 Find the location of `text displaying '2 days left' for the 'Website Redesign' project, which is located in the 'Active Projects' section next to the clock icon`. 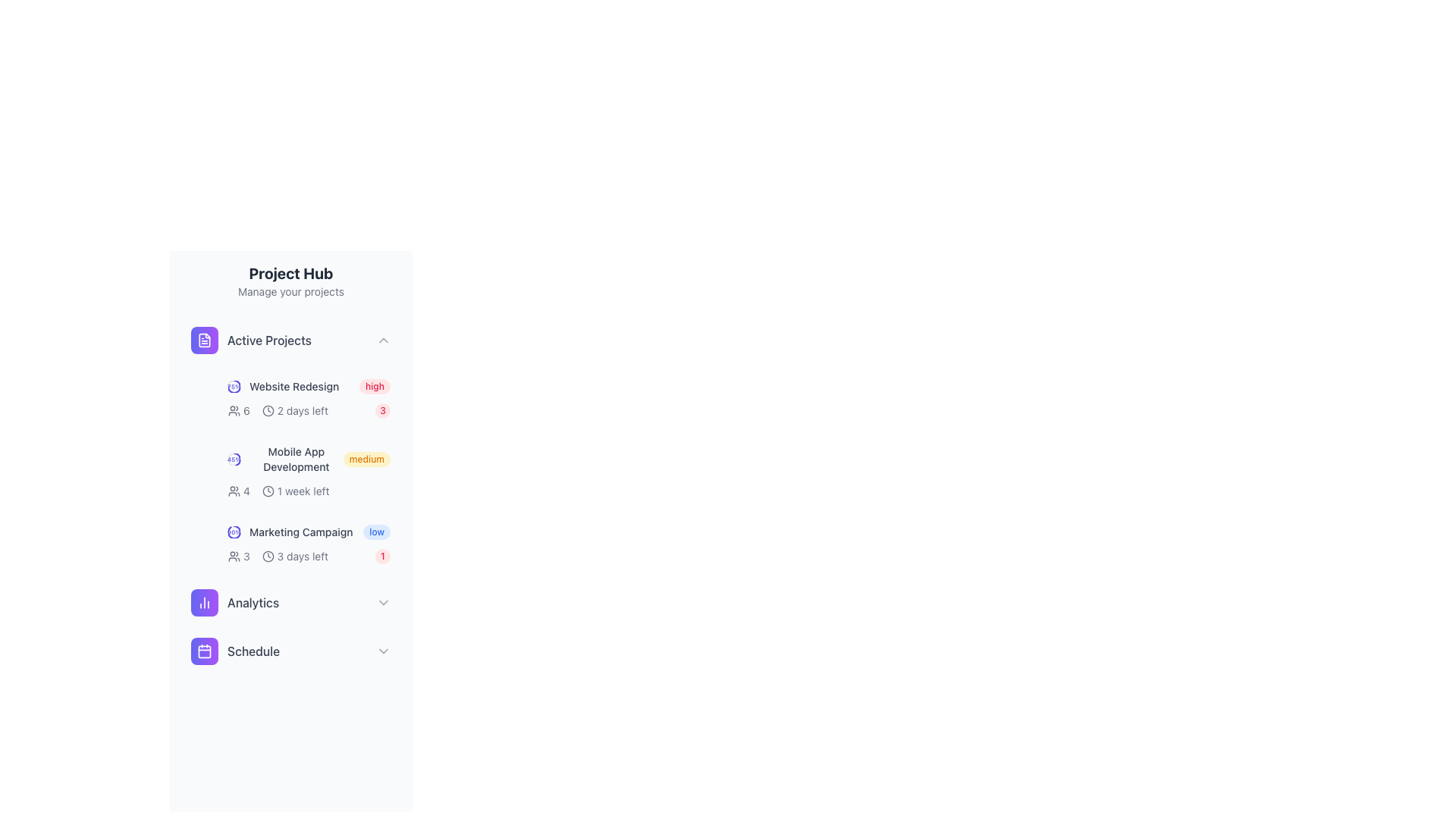

text displaying '2 days left' for the 'Website Redesign' project, which is located in the 'Active Projects' section next to the clock icon is located at coordinates (278, 411).